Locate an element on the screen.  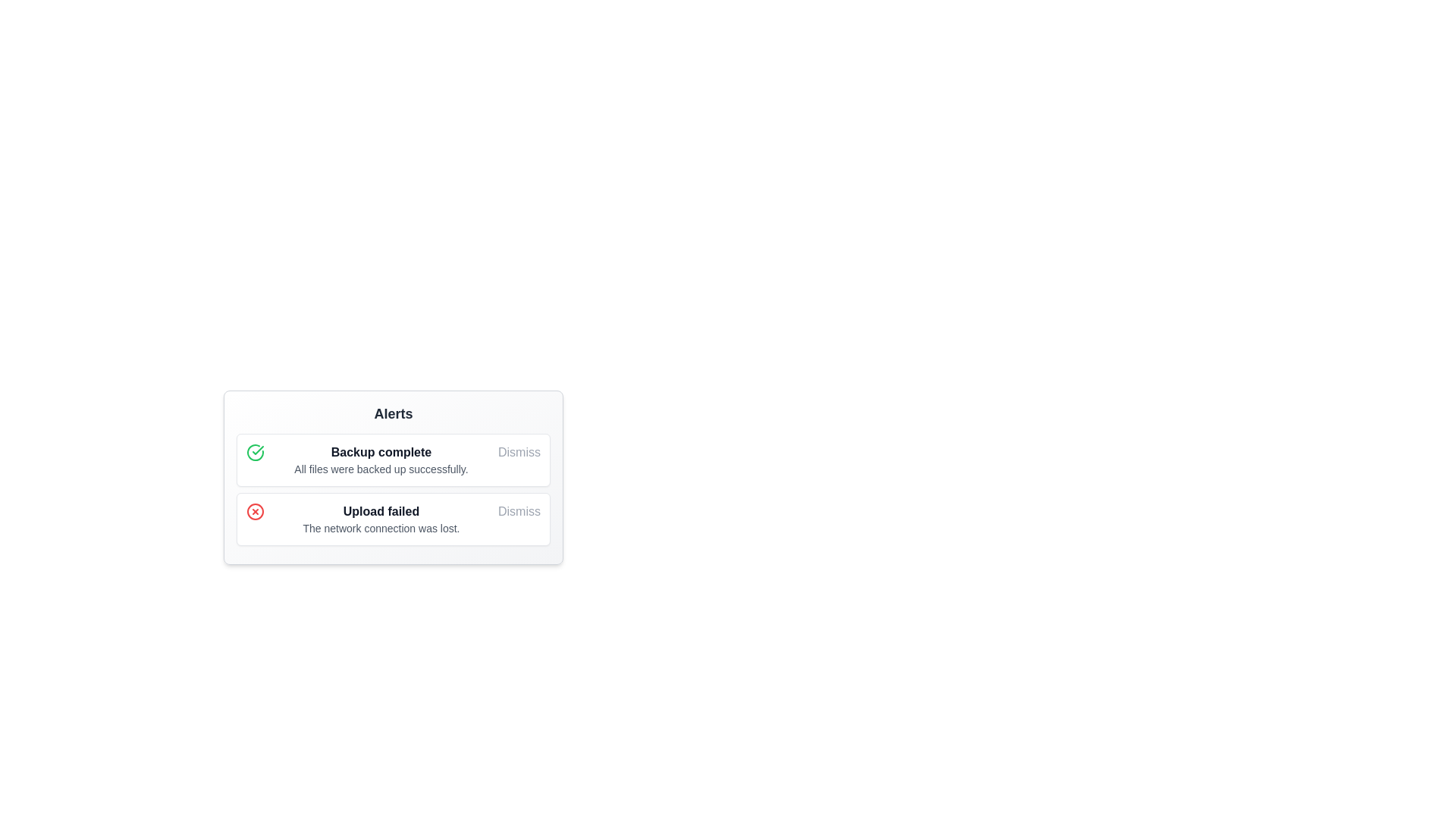
the 'Dismiss' button, which is a clickable text button styled in gray that changes to red on hover, located at the right side of the notification message indicating a failed upload attempt is located at coordinates (519, 512).